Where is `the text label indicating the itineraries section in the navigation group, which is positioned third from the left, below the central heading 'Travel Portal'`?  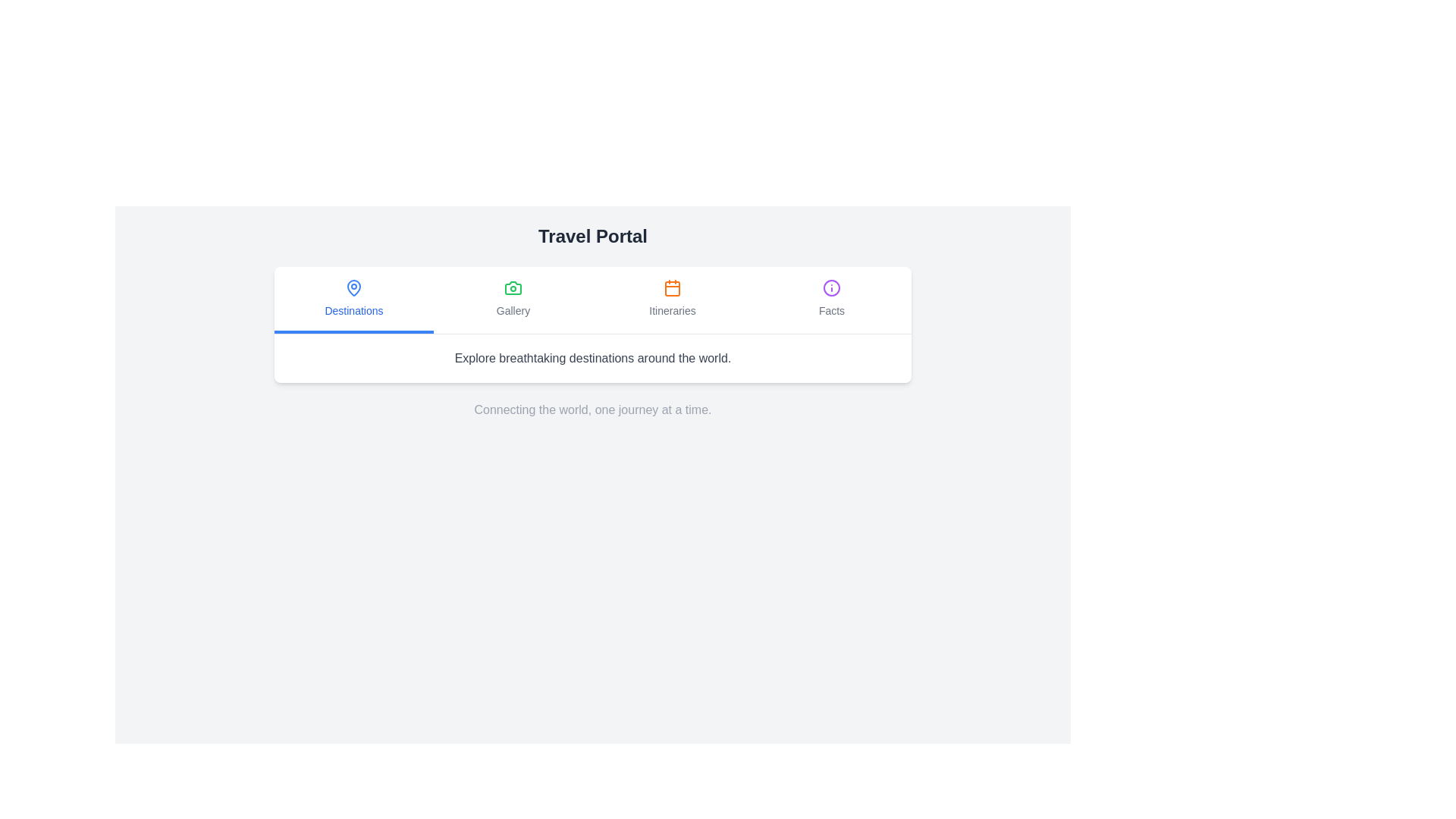 the text label indicating the itineraries section in the navigation group, which is positioned third from the left, below the central heading 'Travel Portal' is located at coordinates (672, 309).